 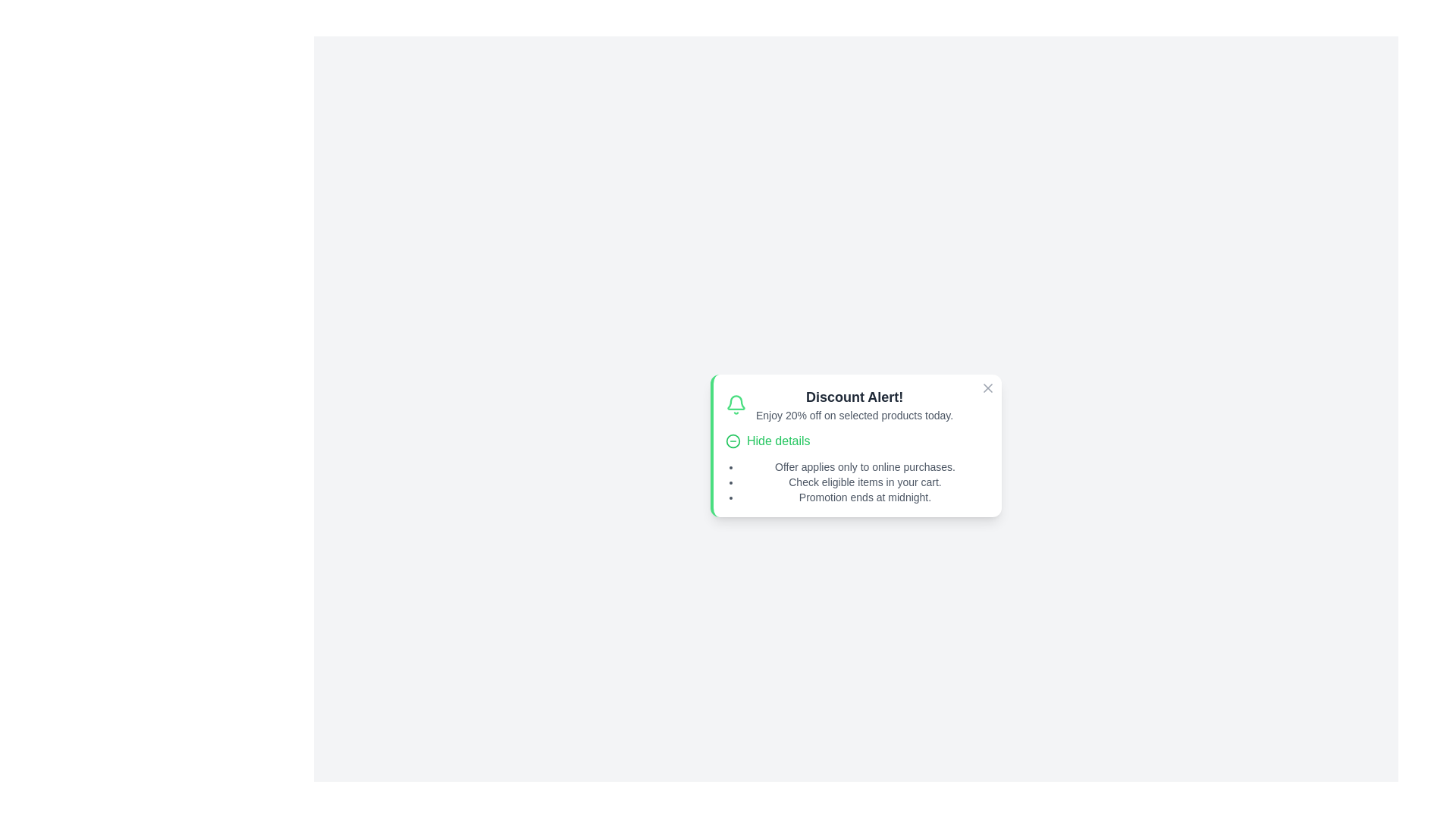 What do you see at coordinates (987, 388) in the screenshot?
I see `the close button to dismiss the notification` at bounding box center [987, 388].